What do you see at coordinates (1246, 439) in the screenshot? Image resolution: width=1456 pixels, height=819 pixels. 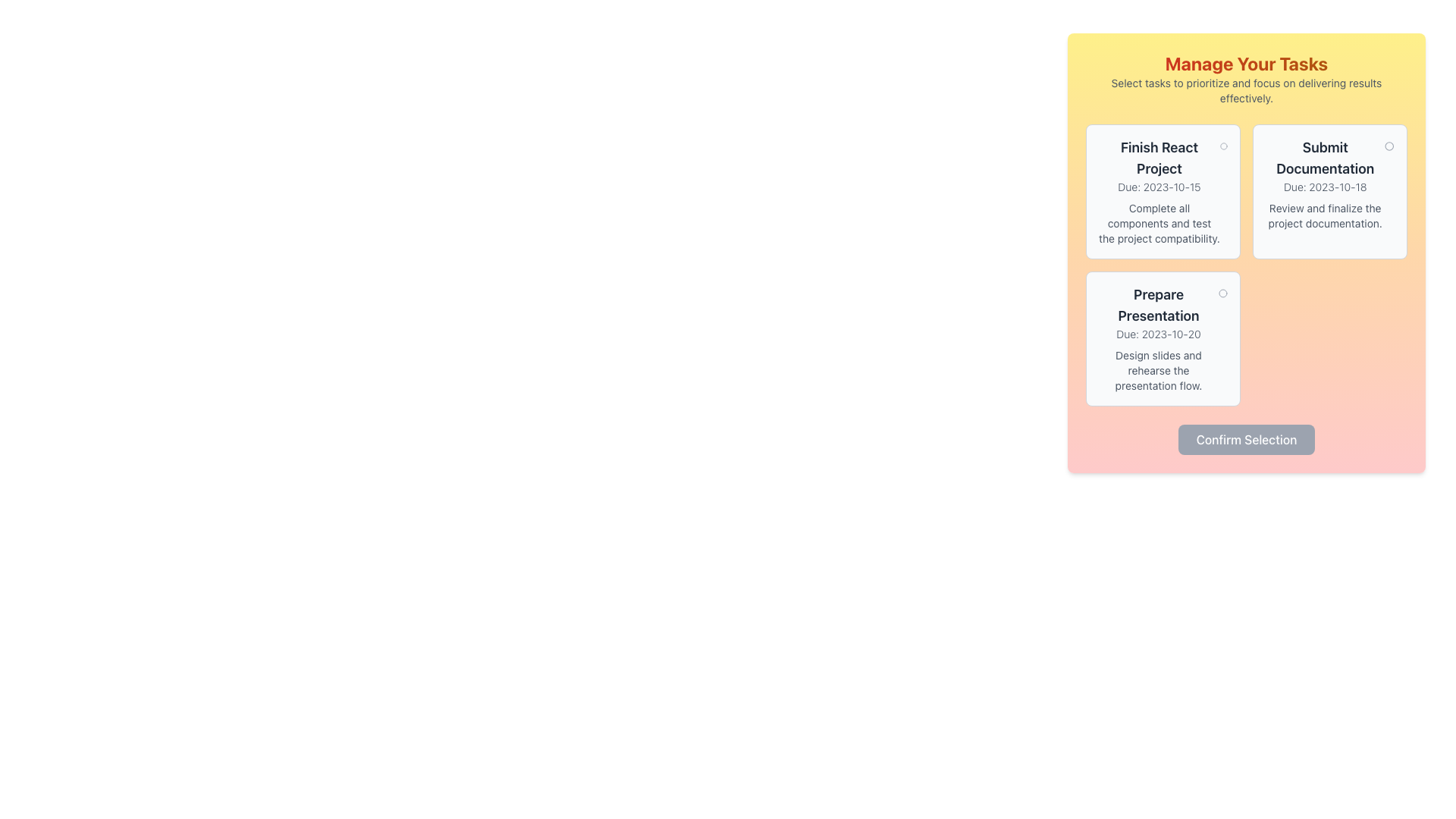 I see `the confirmation button located at the bottom of the layout to confirm the user's selection of tasks from the cards above` at bounding box center [1246, 439].